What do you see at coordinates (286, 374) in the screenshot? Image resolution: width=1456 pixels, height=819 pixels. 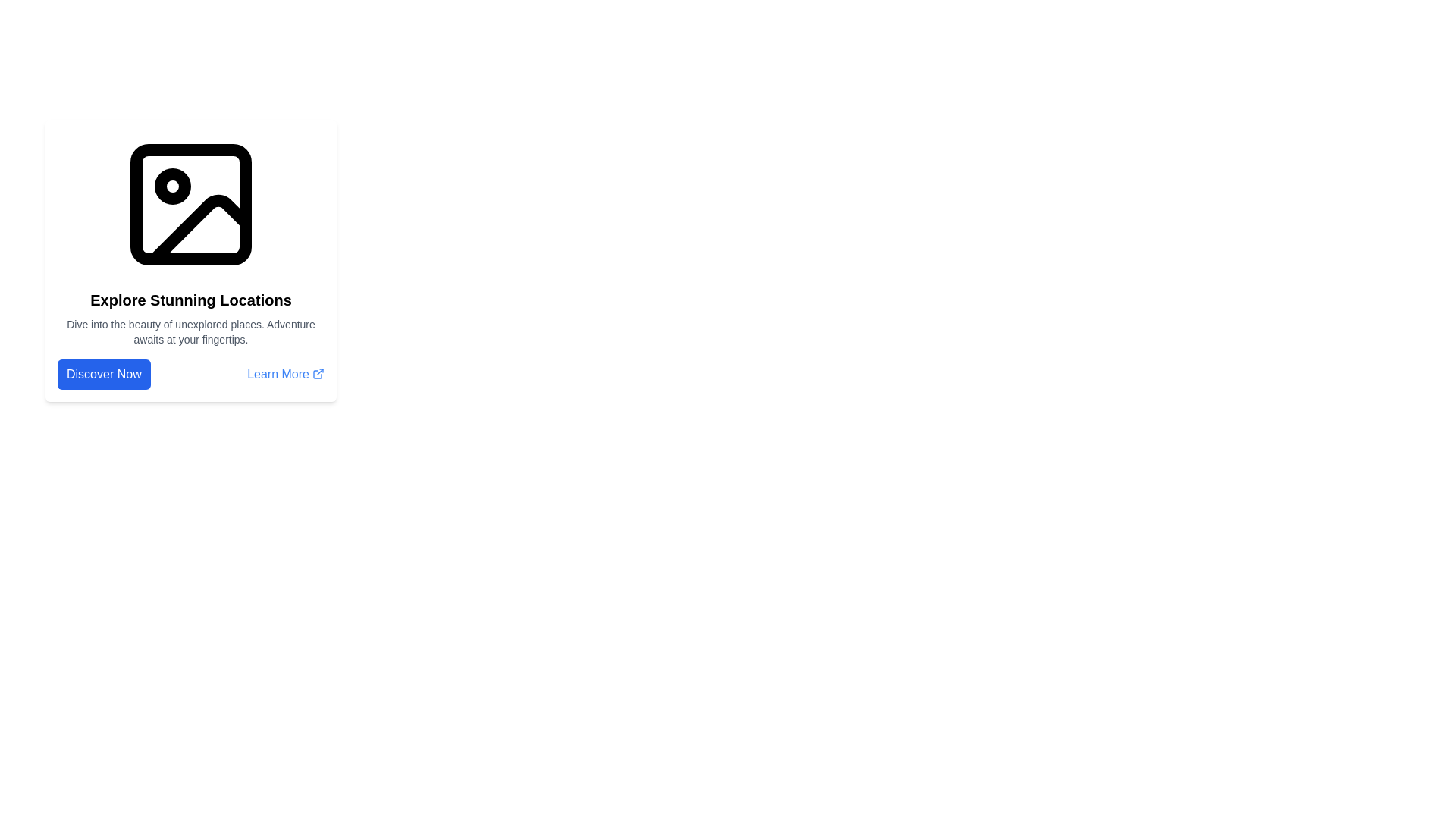 I see `the 'Learn More' hyperlink, which is styled with blue text and an external link icon, located to the right of the 'Discover Now' button` at bounding box center [286, 374].